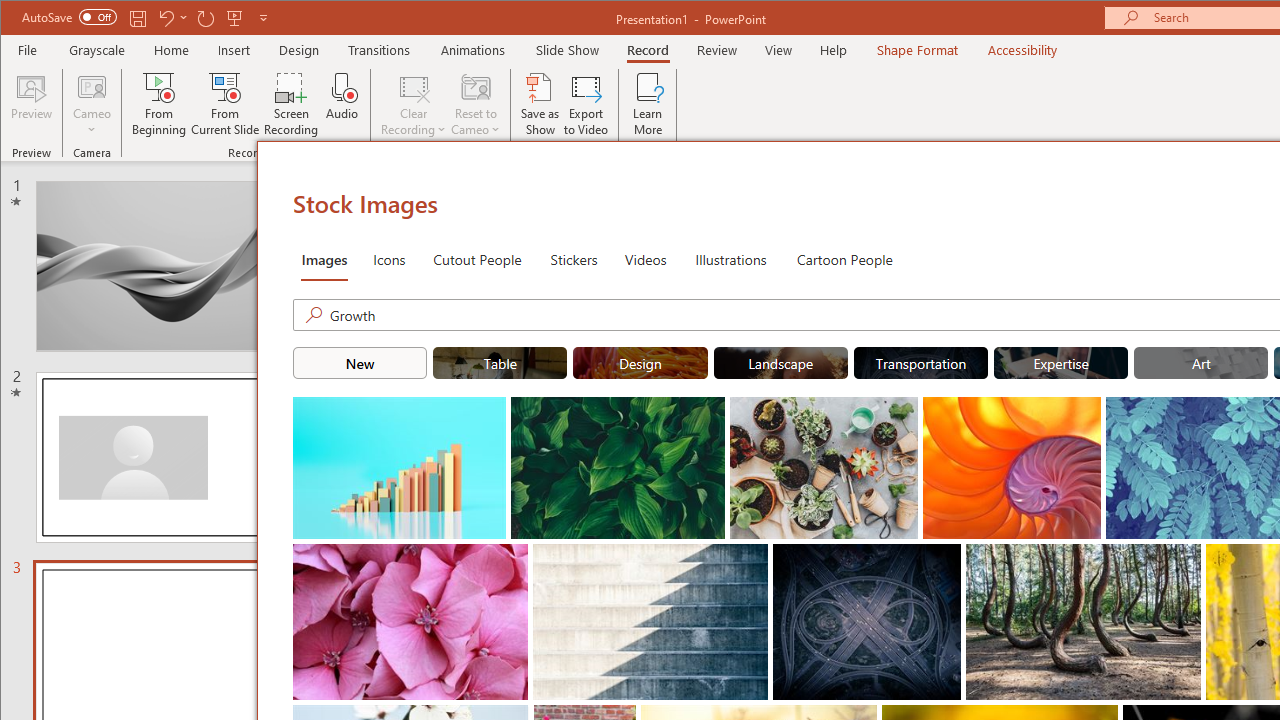  I want to click on 'From Current Slide...', so click(225, 104).